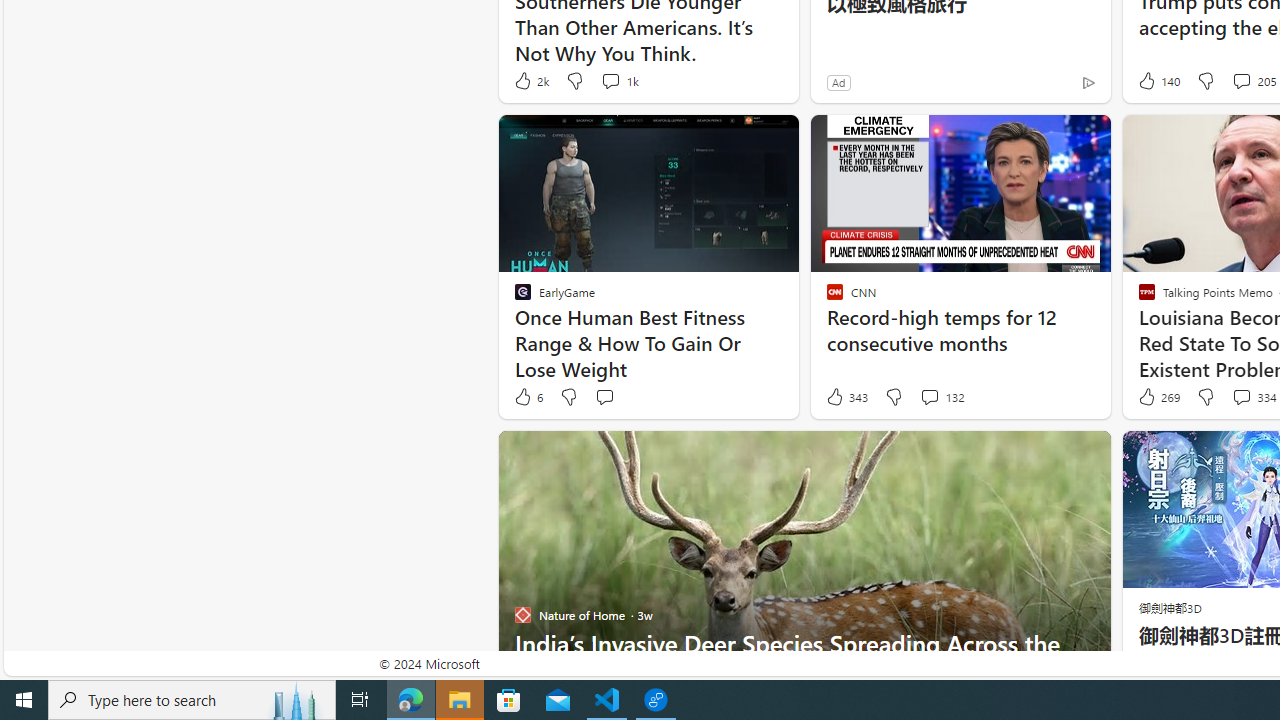  What do you see at coordinates (527, 397) in the screenshot?
I see `'6 Like'` at bounding box center [527, 397].